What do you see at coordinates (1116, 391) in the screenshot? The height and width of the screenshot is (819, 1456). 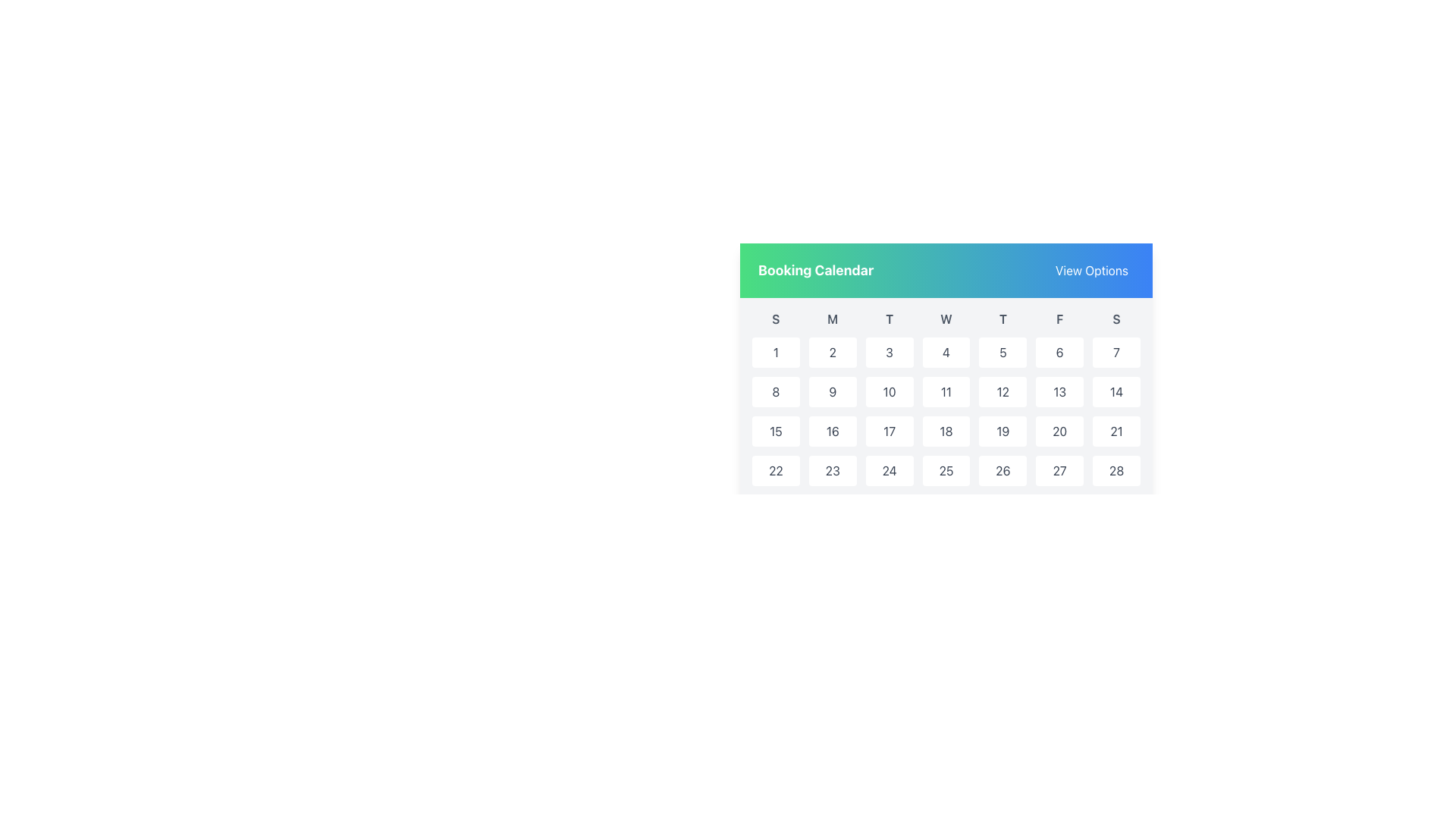 I see `the Date Cell displaying '14' in the calendar grid` at bounding box center [1116, 391].